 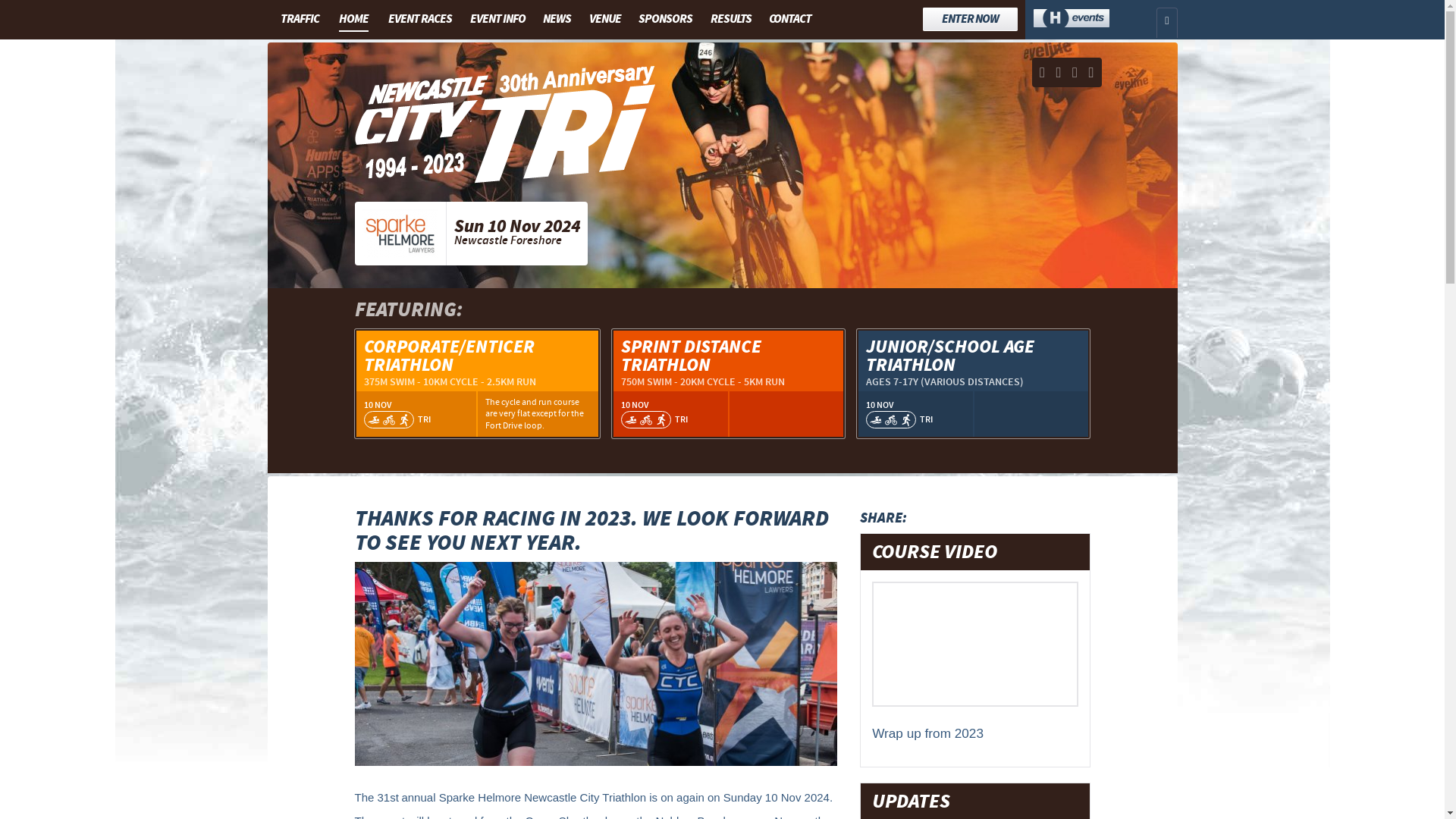 What do you see at coordinates (969, 19) in the screenshot?
I see `'ENTER NOW'` at bounding box center [969, 19].